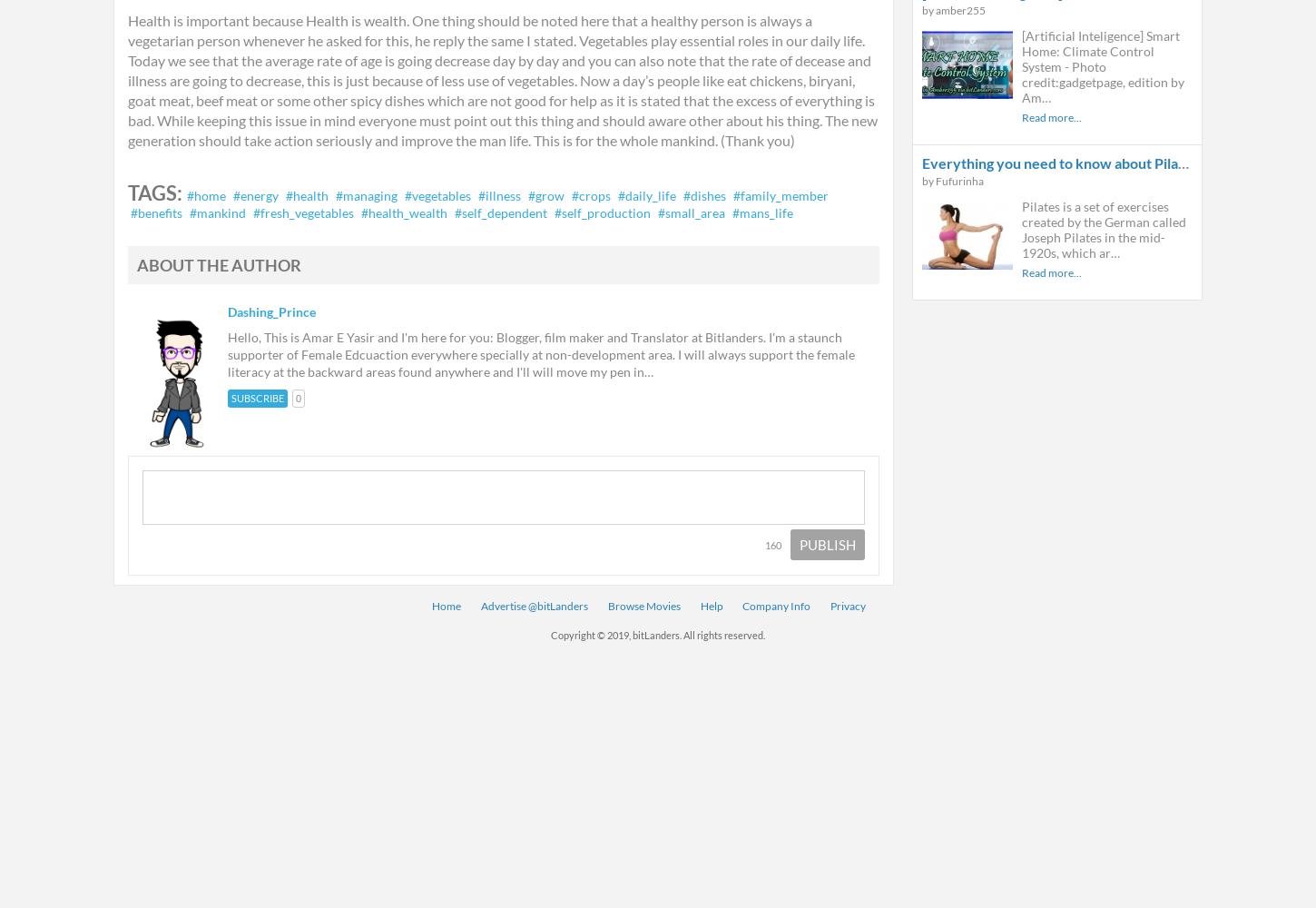 The height and width of the screenshot is (908, 1316). Describe the element at coordinates (762, 212) in the screenshot. I see `'#mans_life'` at that location.